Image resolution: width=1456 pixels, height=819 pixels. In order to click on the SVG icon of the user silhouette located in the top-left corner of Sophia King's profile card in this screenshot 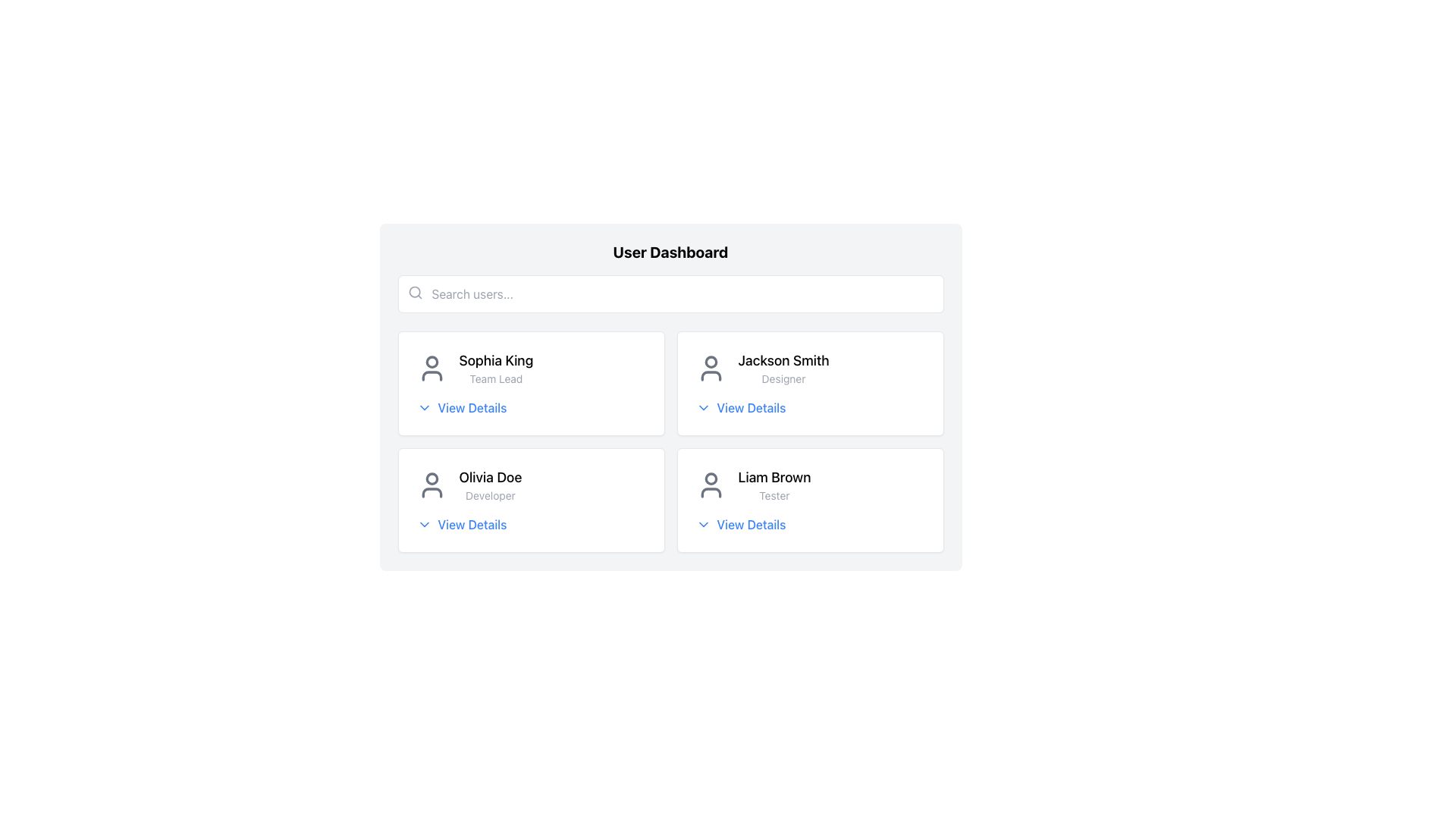, I will do `click(431, 369)`.